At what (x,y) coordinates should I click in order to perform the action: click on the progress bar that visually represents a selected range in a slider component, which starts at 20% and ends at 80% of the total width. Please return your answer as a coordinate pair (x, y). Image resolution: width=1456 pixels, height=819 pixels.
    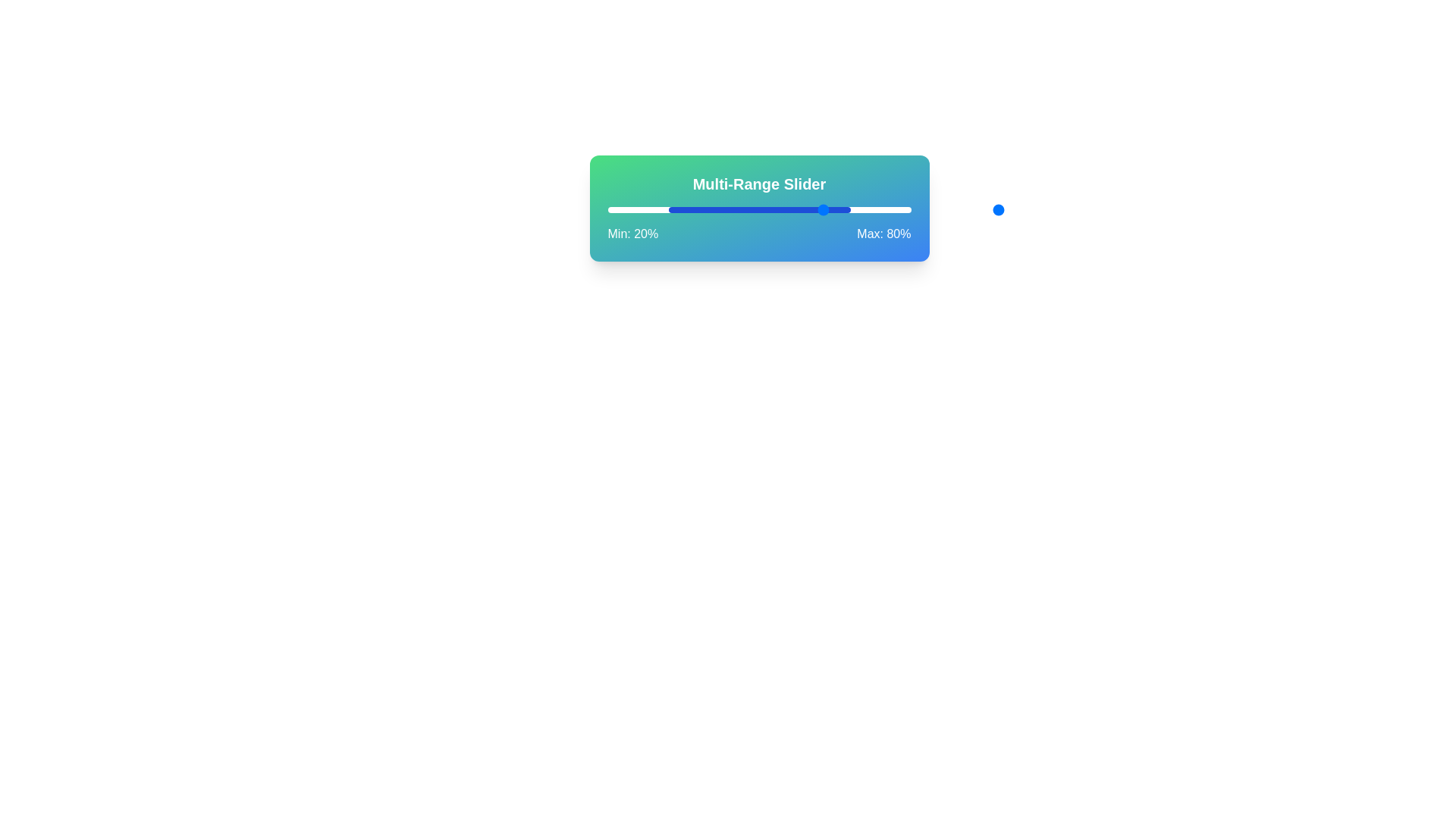
    Looking at the image, I should click on (759, 210).